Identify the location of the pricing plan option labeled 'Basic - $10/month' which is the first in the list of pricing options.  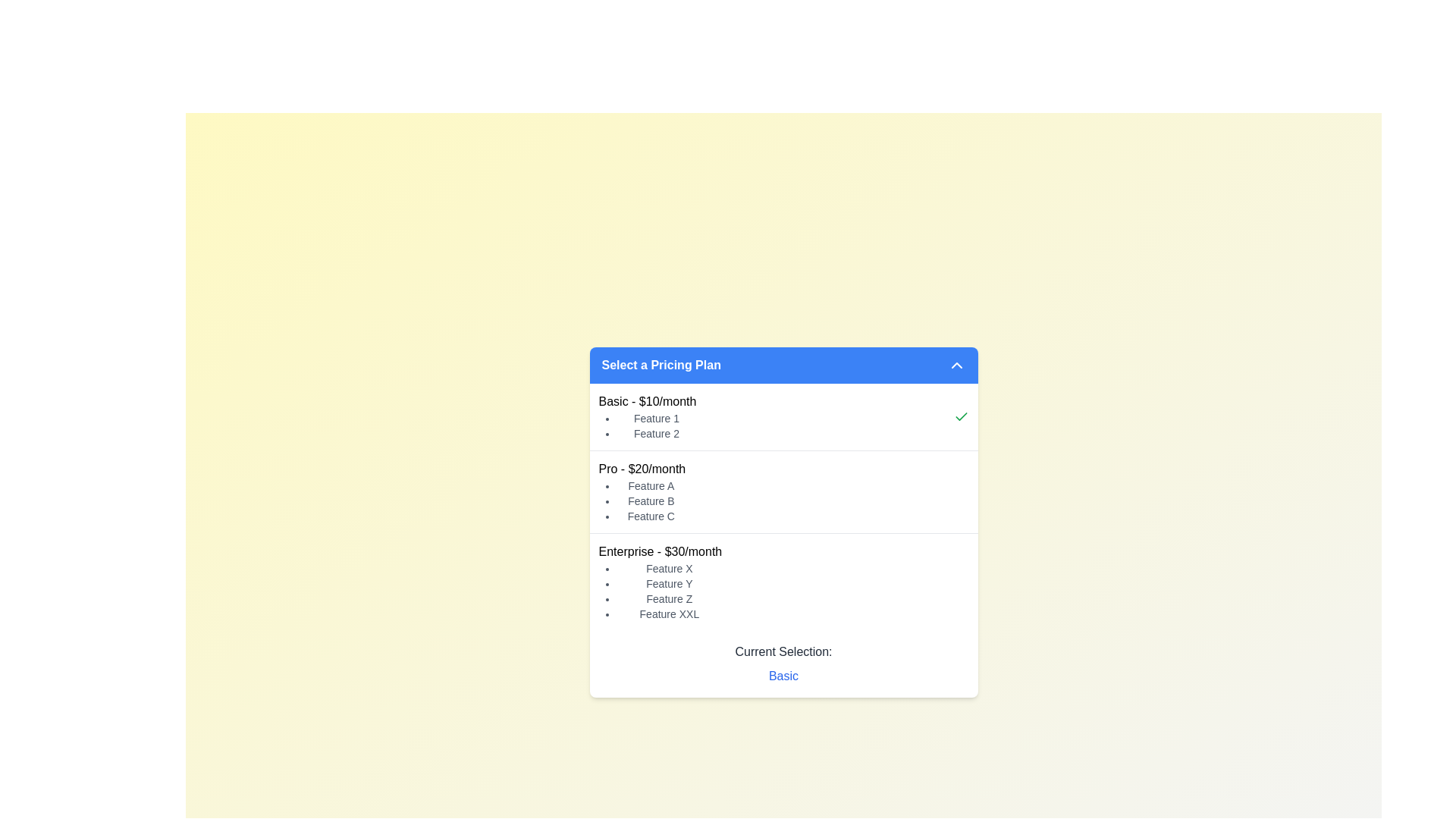
(783, 417).